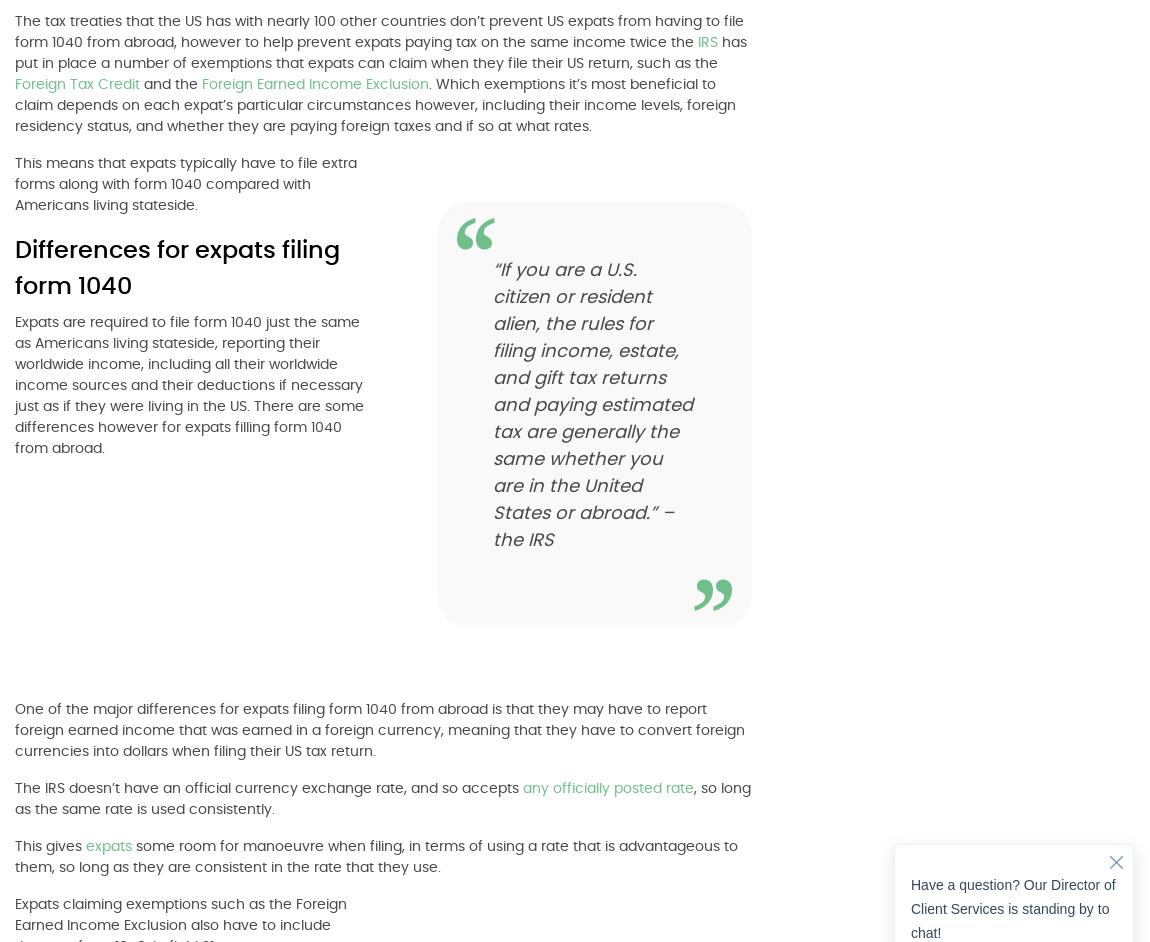 Image resolution: width=1150 pixels, height=942 pixels. Describe the element at coordinates (188, 386) in the screenshot. I see `'Expats are required to file form 1040 just the same as Americans living stateside, reporting their worldwide income, including all their worldwide income sources and their deductions if necessary just as if they were living in the US. There are some differences however for expats filling form 1040 from abroad.'` at that location.